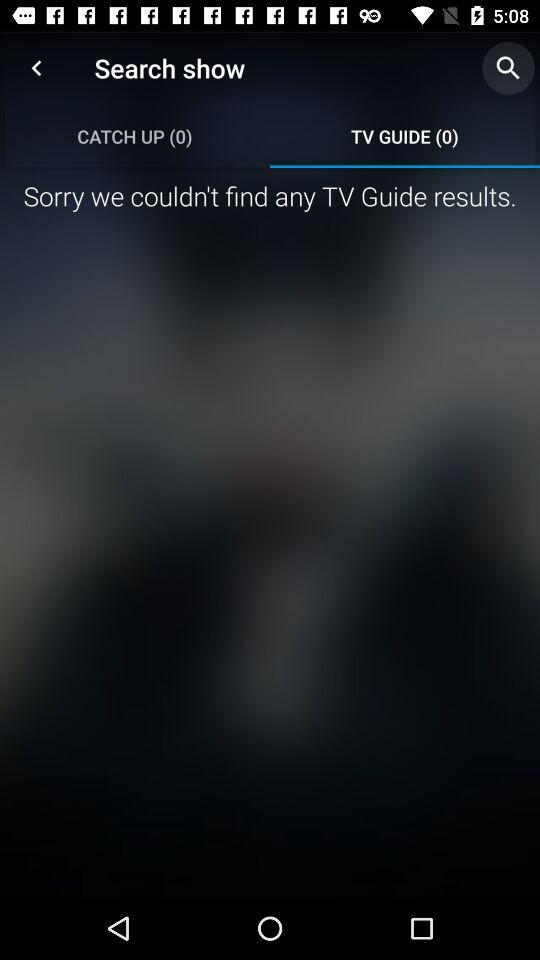  Describe the element at coordinates (36, 68) in the screenshot. I see `item next to the search show` at that location.